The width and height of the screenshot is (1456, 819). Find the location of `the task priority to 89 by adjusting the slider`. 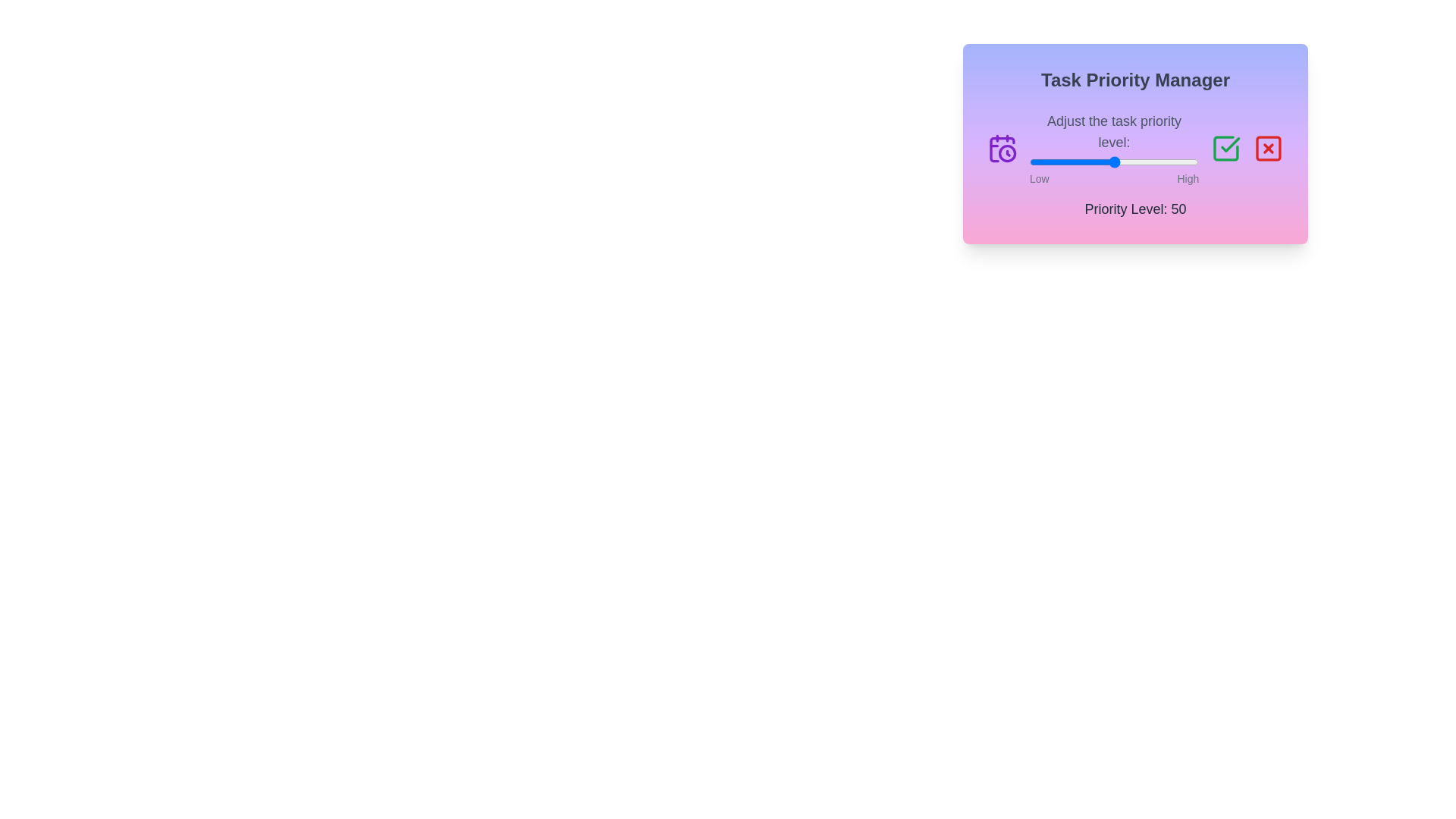

the task priority to 89 by adjusting the slider is located at coordinates (1179, 162).